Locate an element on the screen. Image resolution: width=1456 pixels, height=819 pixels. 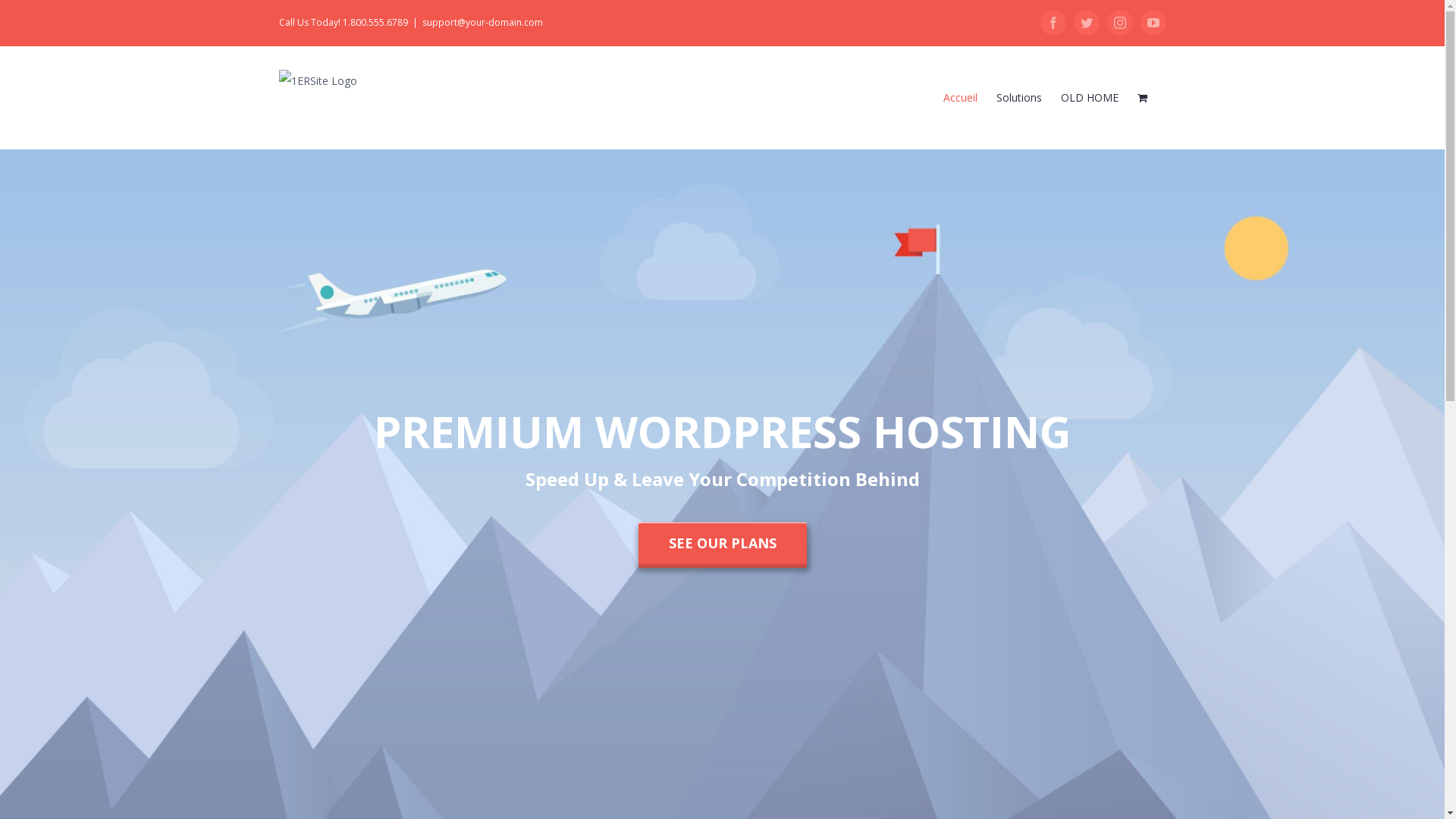
'YouTube' is located at coordinates (1153, 23).